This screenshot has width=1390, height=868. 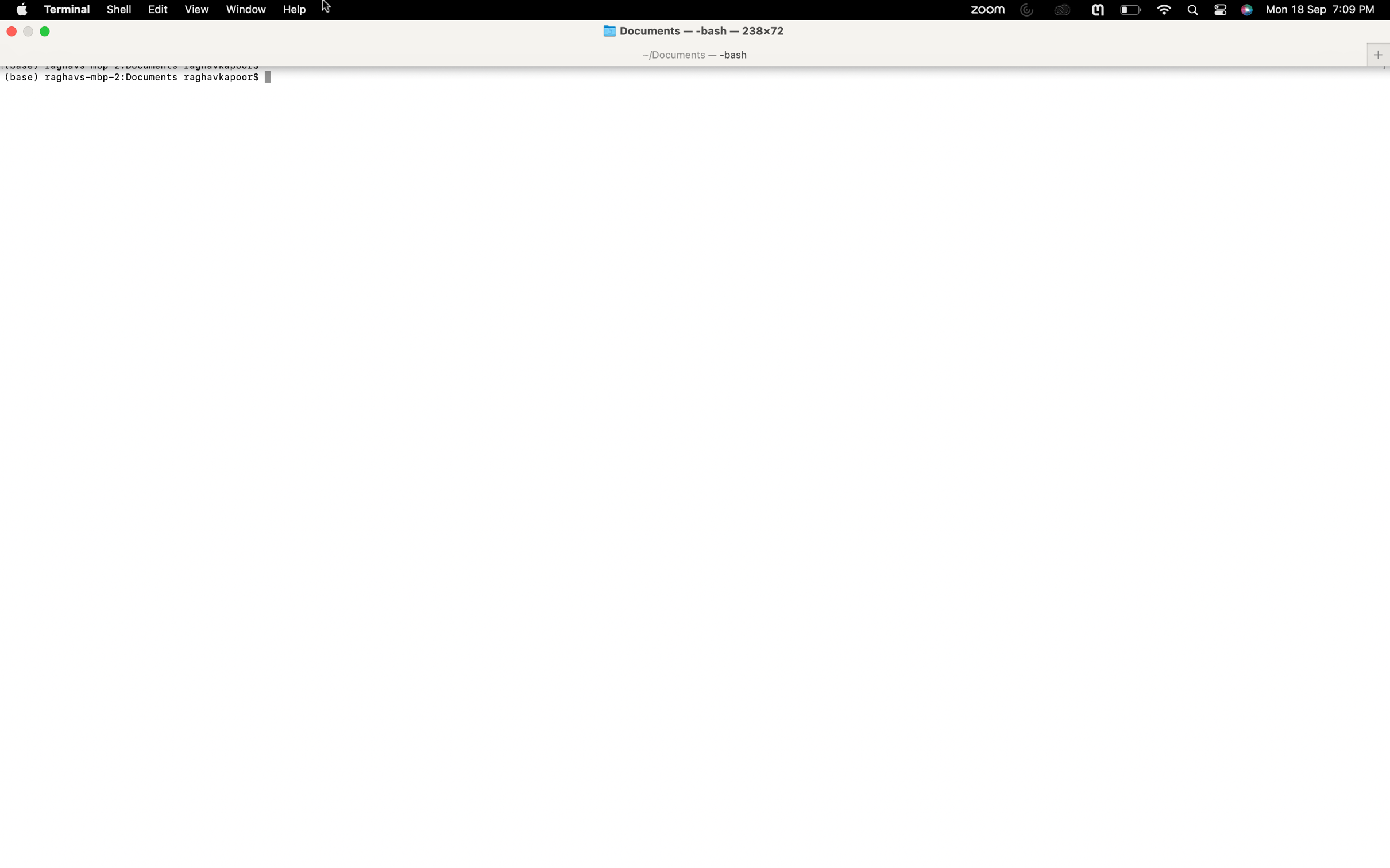 I want to click on the green icon to leave full screen mode, so click(x=44, y=31).